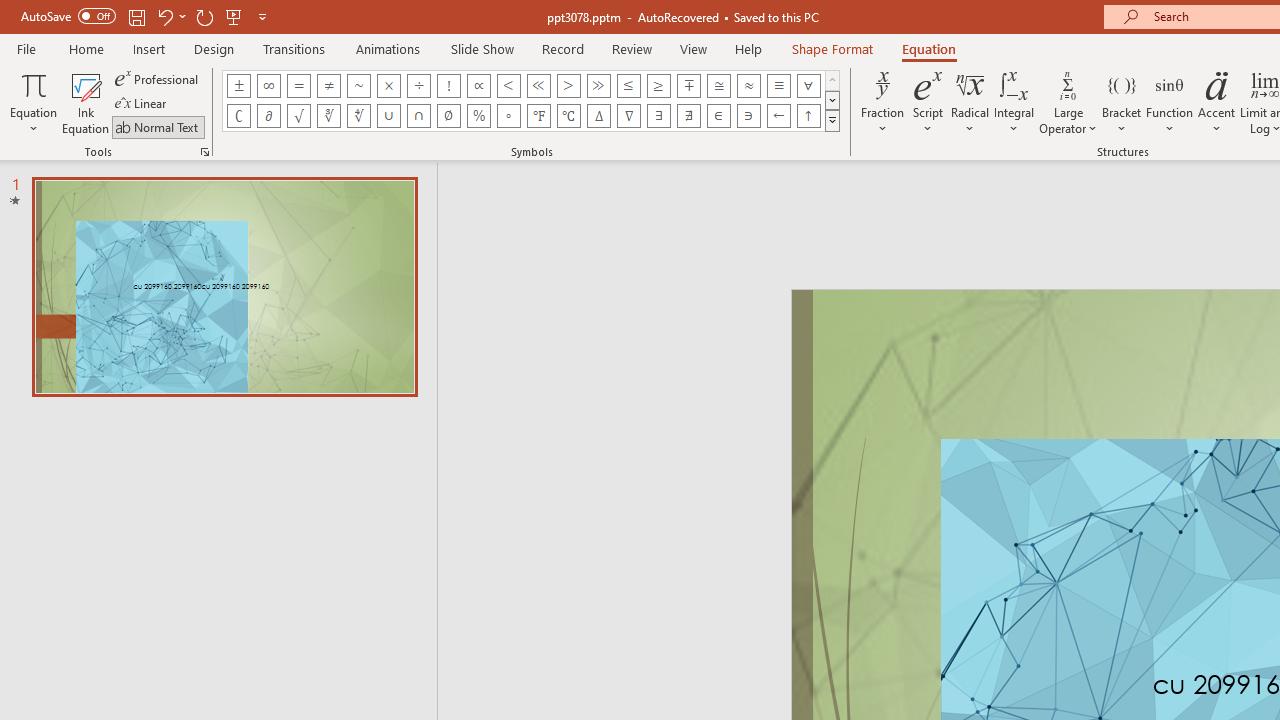 The image size is (1280, 720). What do you see at coordinates (532, 100) in the screenshot?
I see `'AutomationID: EquationSymbolsInsertGallery'` at bounding box center [532, 100].